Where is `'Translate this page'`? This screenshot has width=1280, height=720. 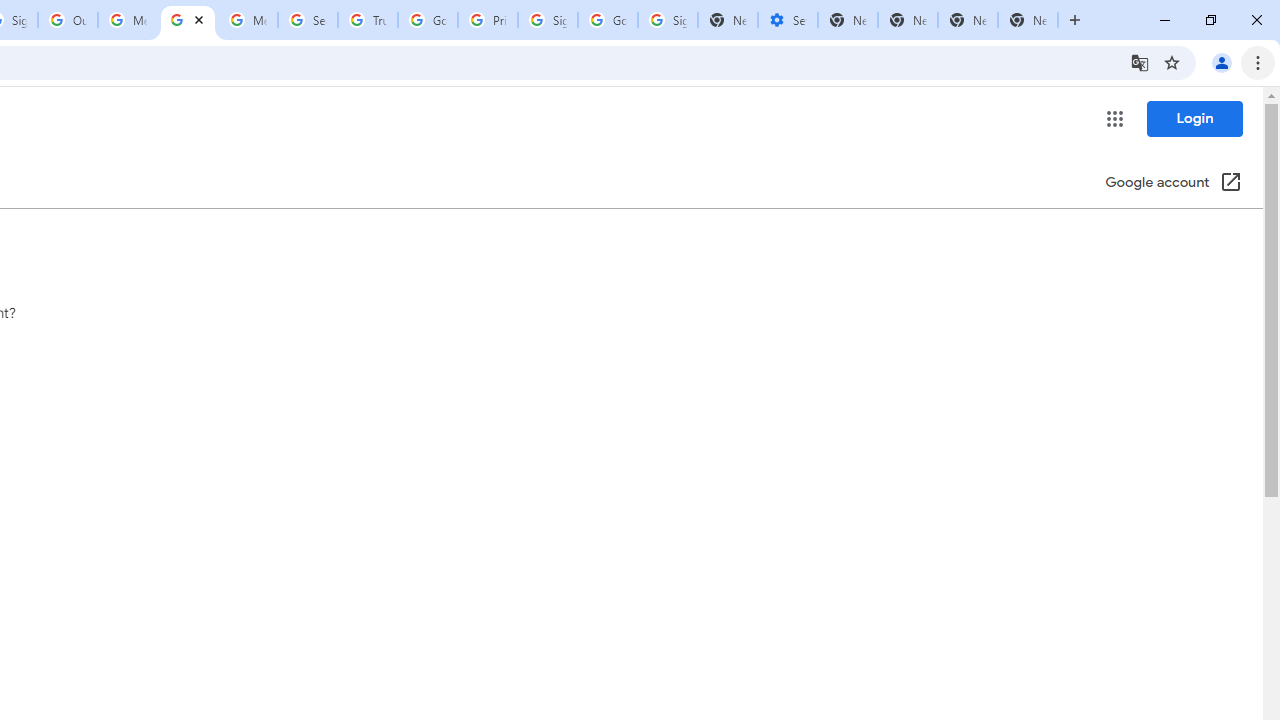 'Translate this page' is located at coordinates (1139, 61).